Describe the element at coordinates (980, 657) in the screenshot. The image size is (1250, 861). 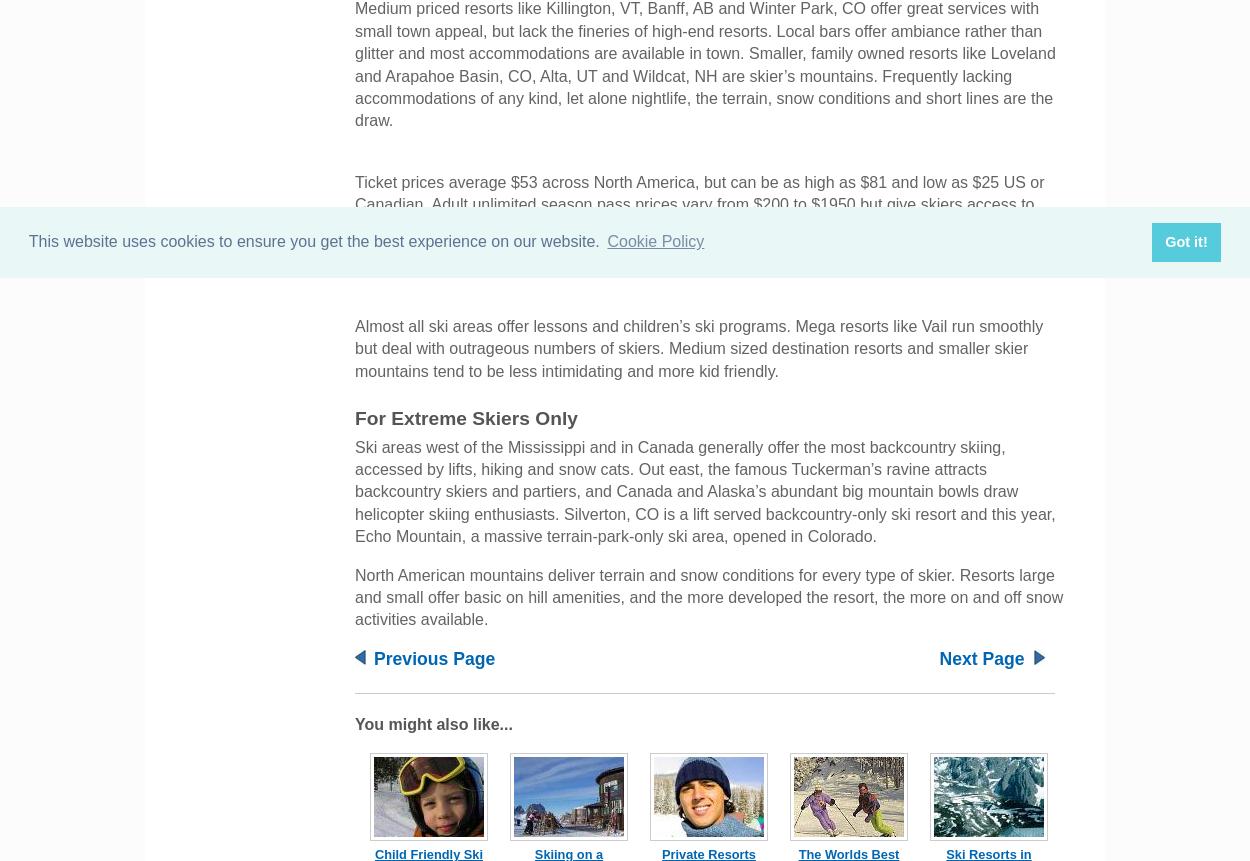
I see `'Next Page'` at that location.